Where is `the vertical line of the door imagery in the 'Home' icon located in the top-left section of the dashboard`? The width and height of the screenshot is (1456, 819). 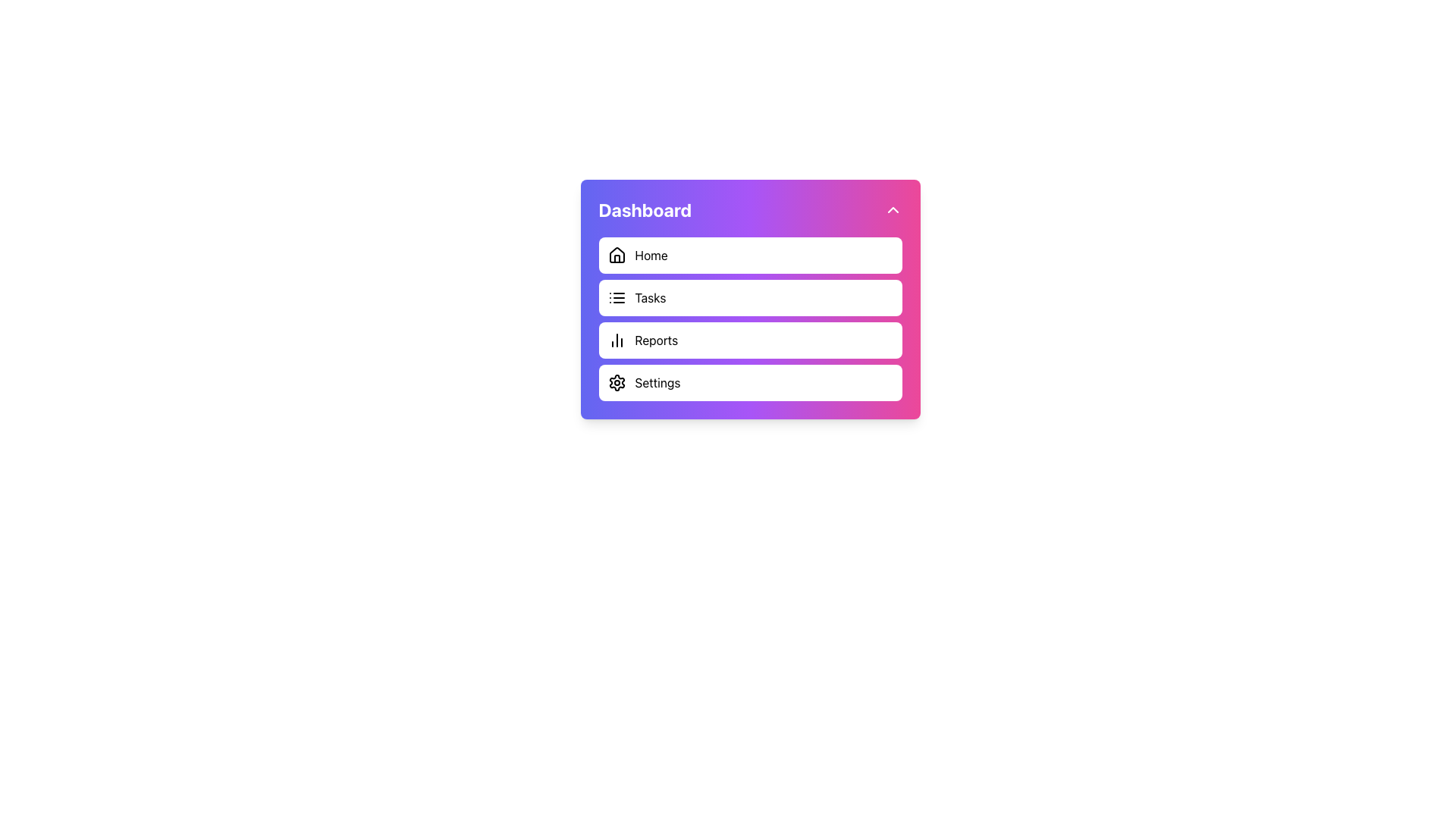 the vertical line of the door imagery in the 'Home' icon located in the top-left section of the dashboard is located at coordinates (617, 258).